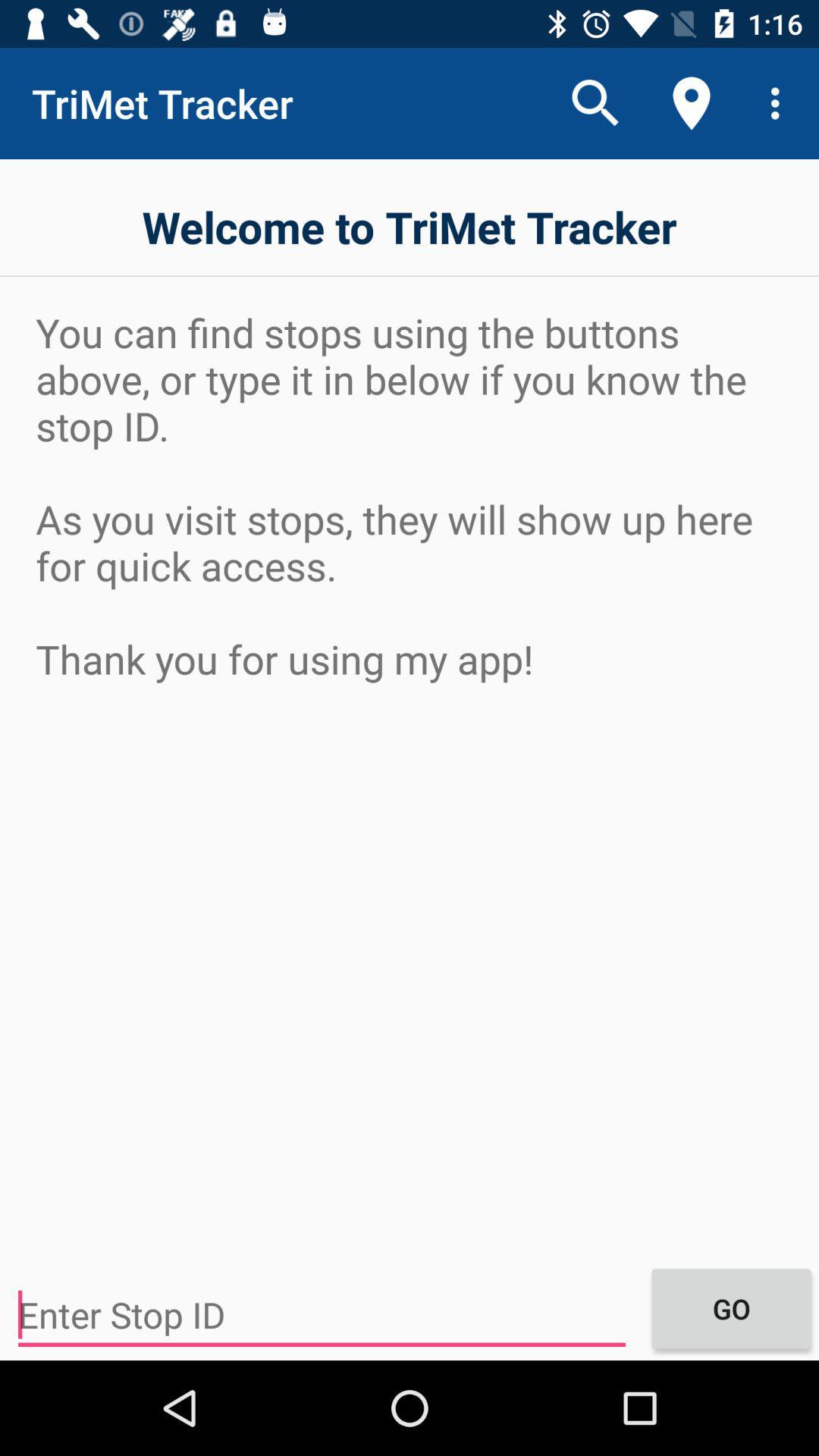  What do you see at coordinates (321, 1314) in the screenshot?
I see `icon below you can find` at bounding box center [321, 1314].